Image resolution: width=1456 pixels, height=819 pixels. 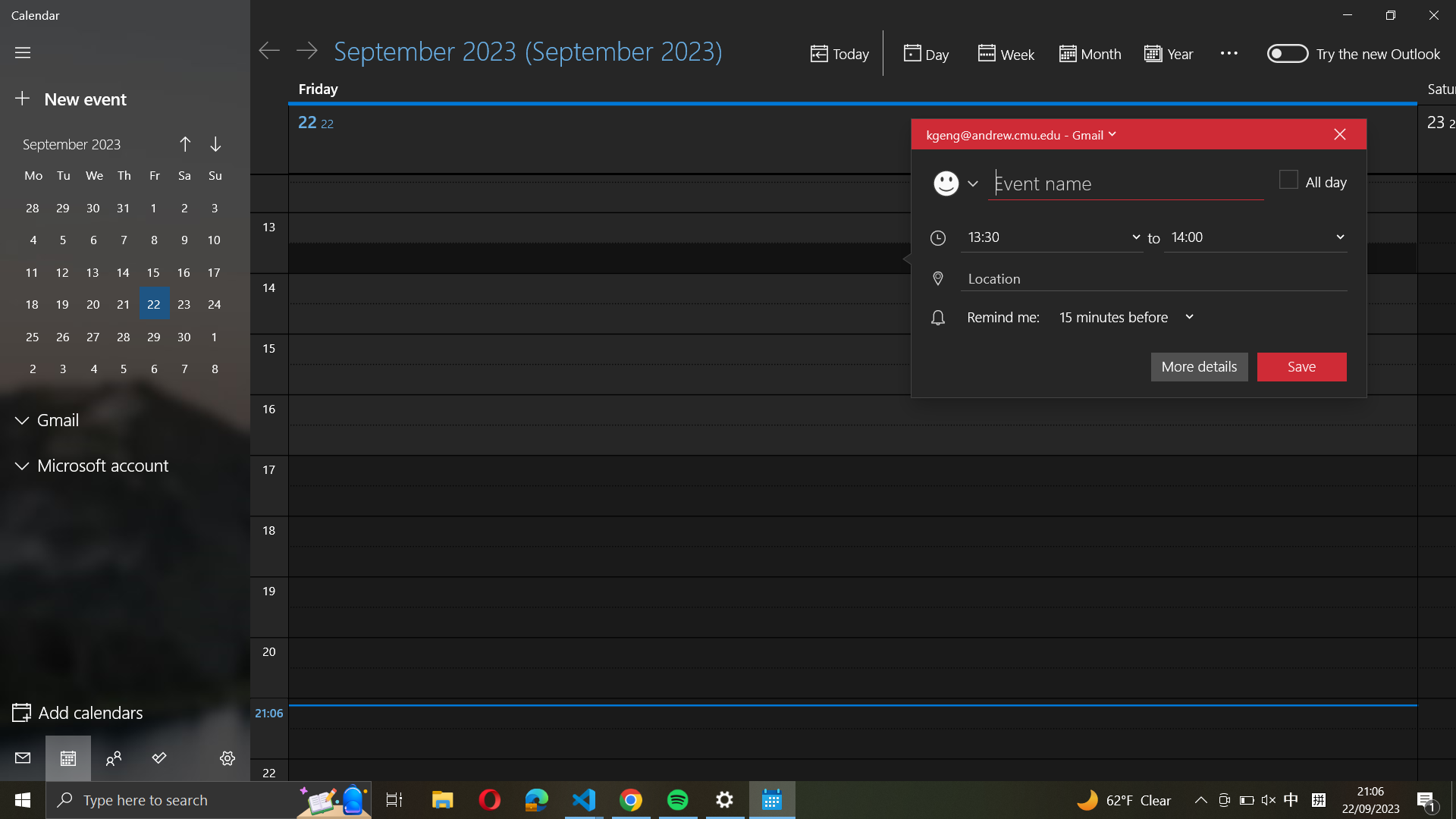 I want to click on Alter the calendar setting to show the entire year, so click(x=1172, y=52).